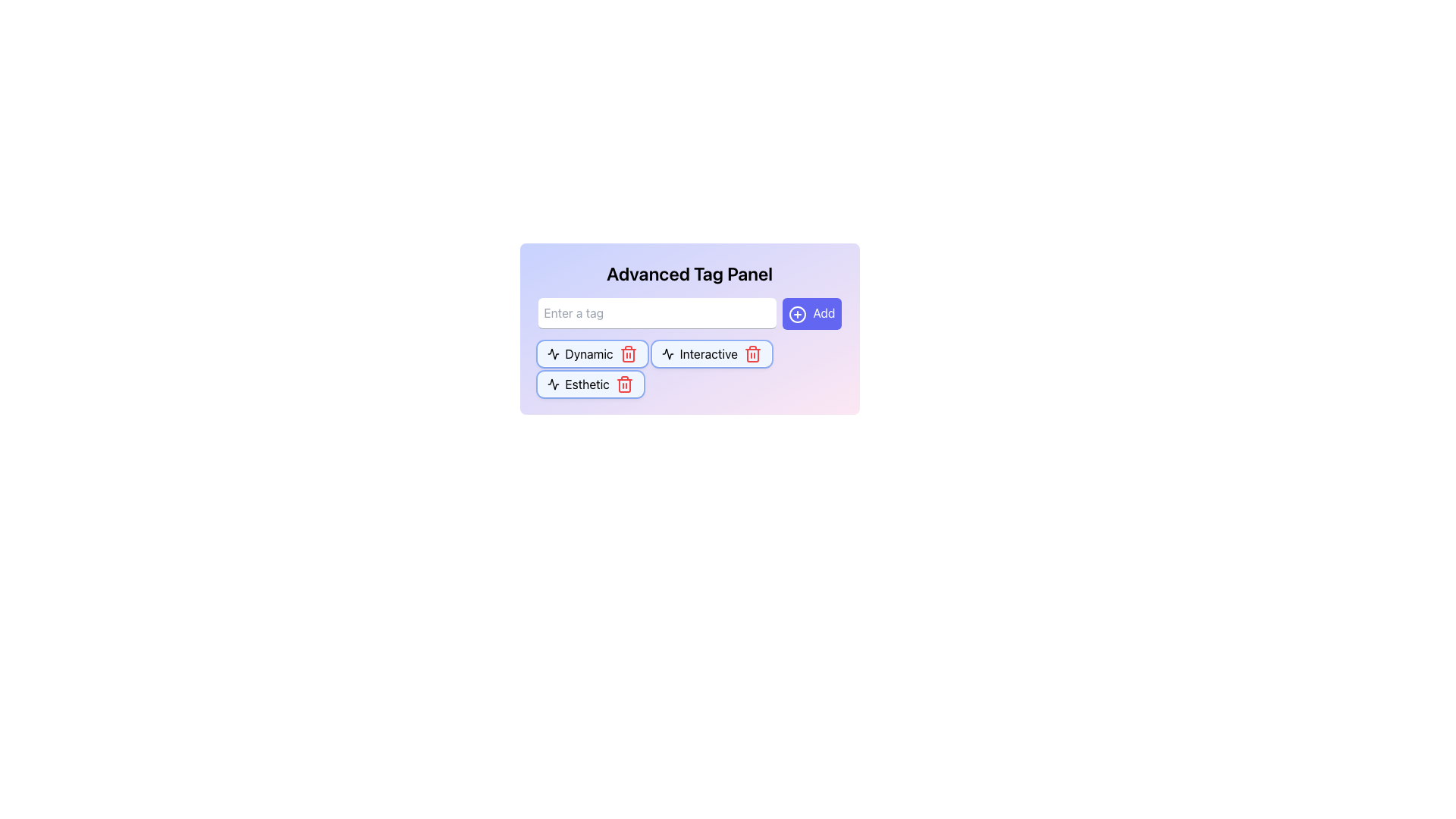 The width and height of the screenshot is (1456, 819). I want to click on the button adjacent to the input field in the 'Advanced Tag Panel' group, which allows users to add tags to a list, so click(689, 312).